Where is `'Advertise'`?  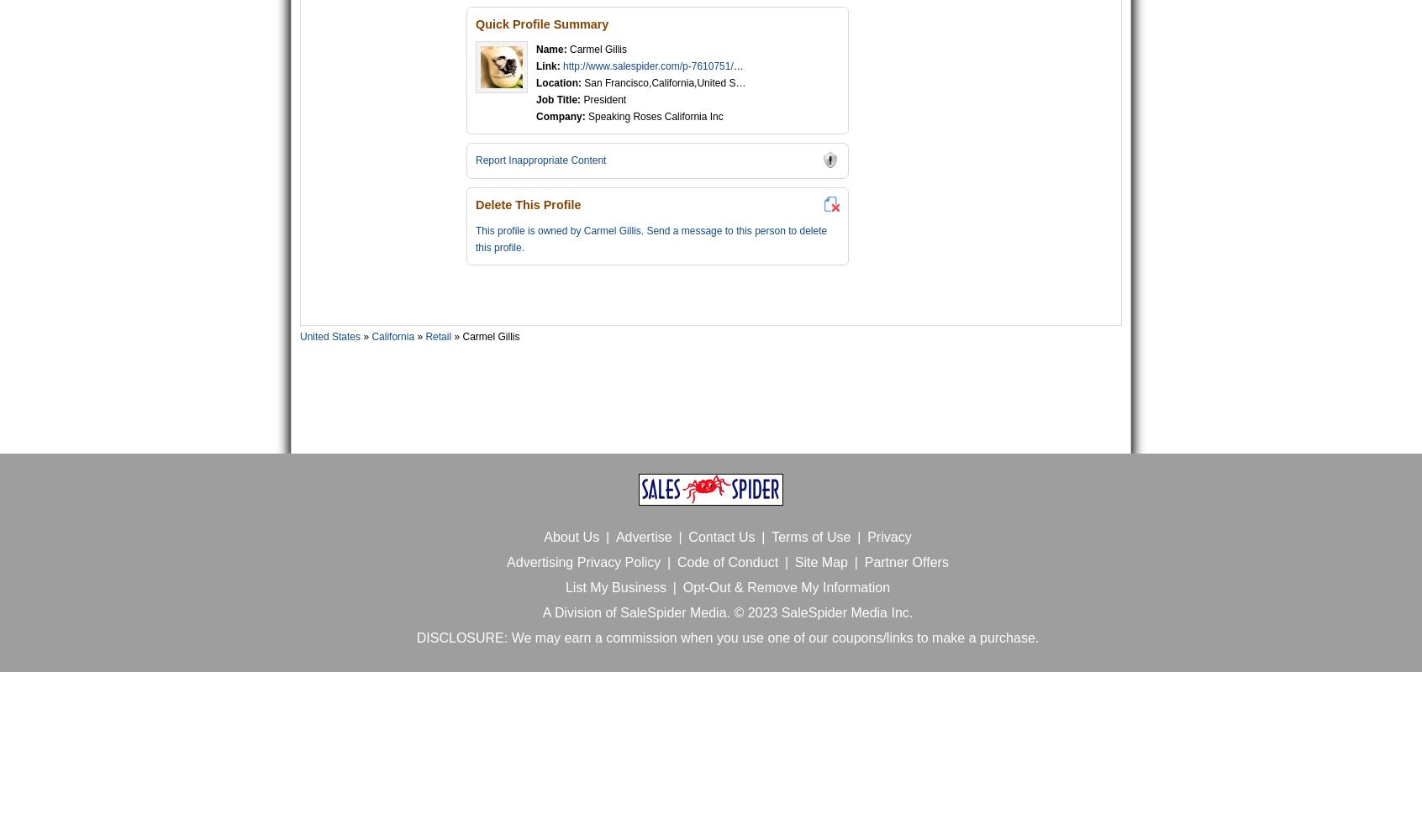
'Advertise' is located at coordinates (642, 536).